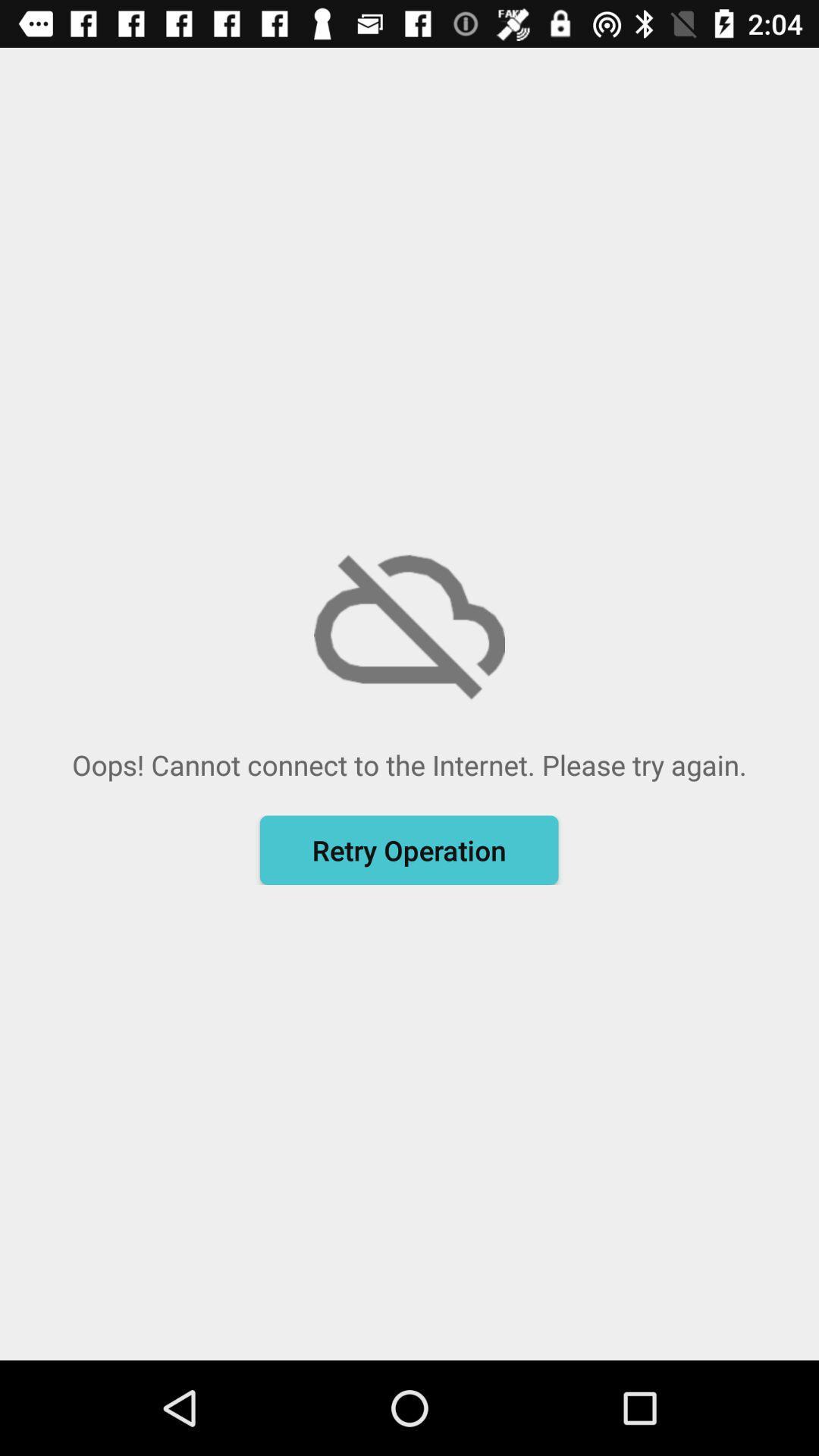 The image size is (819, 1456). What do you see at coordinates (408, 850) in the screenshot?
I see `the retry operation` at bounding box center [408, 850].